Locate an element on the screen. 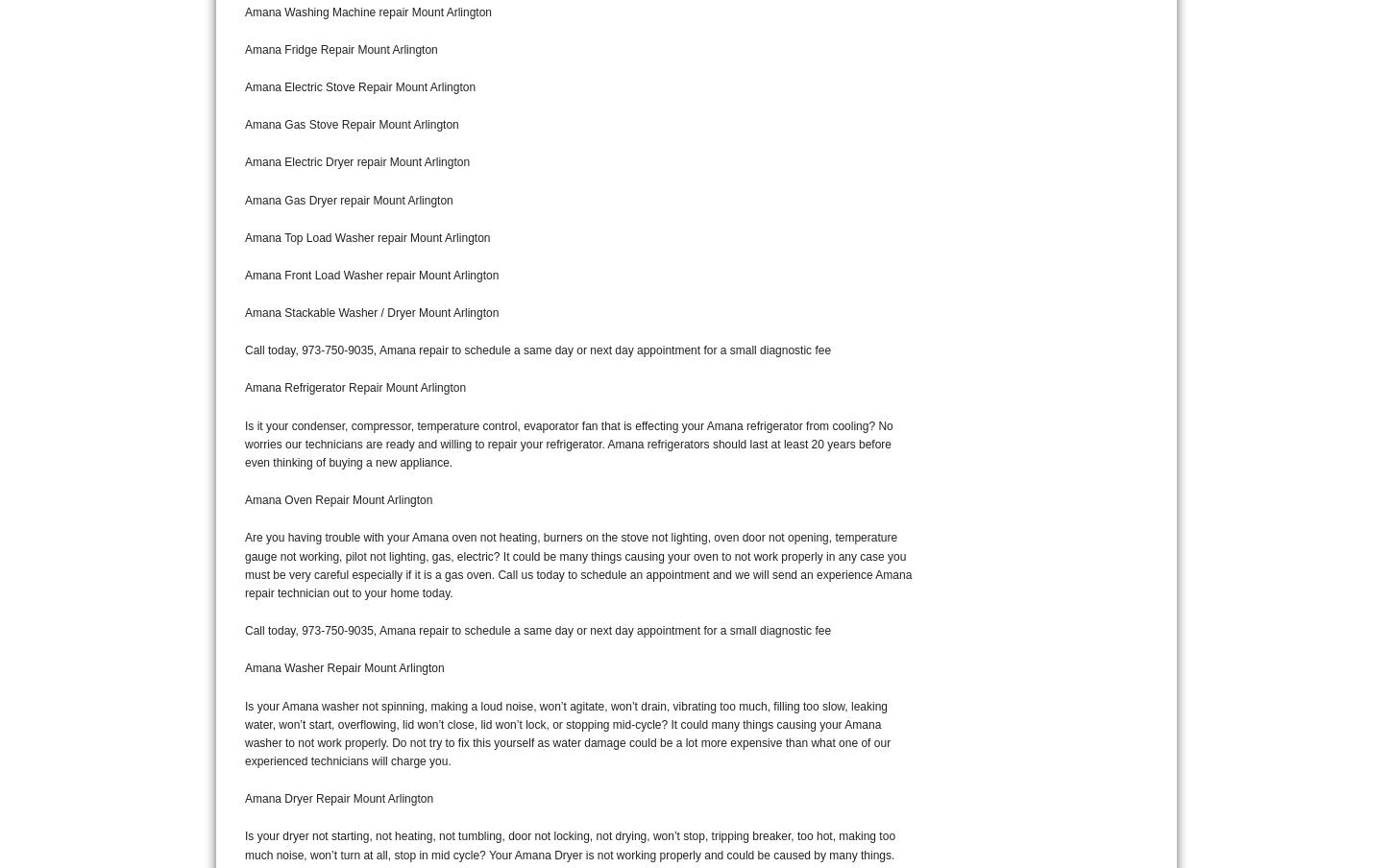  'Is your Amana washer not spinning, making a loud noise, won’t agitate, won’t drain, vibrating too much, filling too slow, leaking water, won’t start, overflowing, lid won’t close, lid won’t lock, or stopping mid-cycle? It could many things causing your Amana washer to not work properly. Do not try to fix this yourself as water damage could be a lot more expensive than what one of our experienced technicians will charge you.' is located at coordinates (568, 733).